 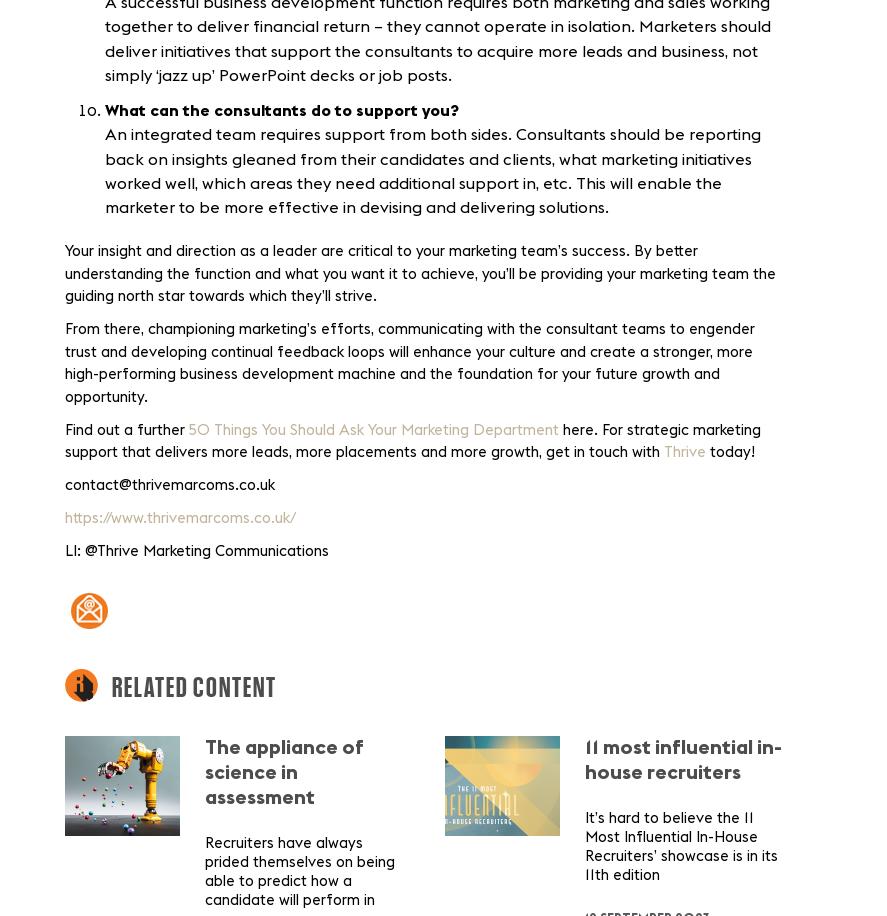 What do you see at coordinates (179, 516) in the screenshot?
I see `'https://www.thrivemarcoms.co.uk/'` at bounding box center [179, 516].